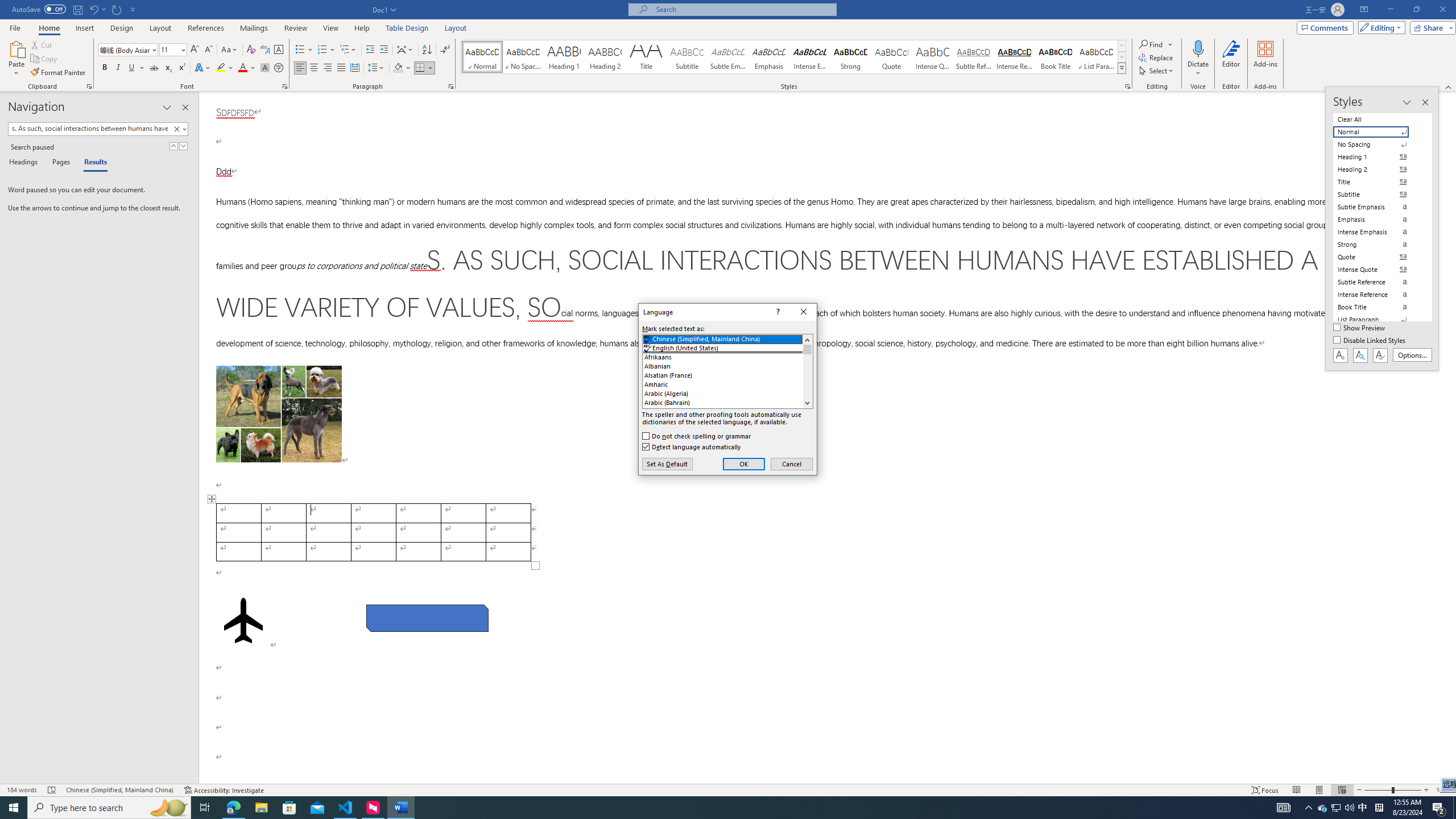 This screenshot has height=819, width=1456. What do you see at coordinates (806, 375) in the screenshot?
I see `'Page down'` at bounding box center [806, 375].